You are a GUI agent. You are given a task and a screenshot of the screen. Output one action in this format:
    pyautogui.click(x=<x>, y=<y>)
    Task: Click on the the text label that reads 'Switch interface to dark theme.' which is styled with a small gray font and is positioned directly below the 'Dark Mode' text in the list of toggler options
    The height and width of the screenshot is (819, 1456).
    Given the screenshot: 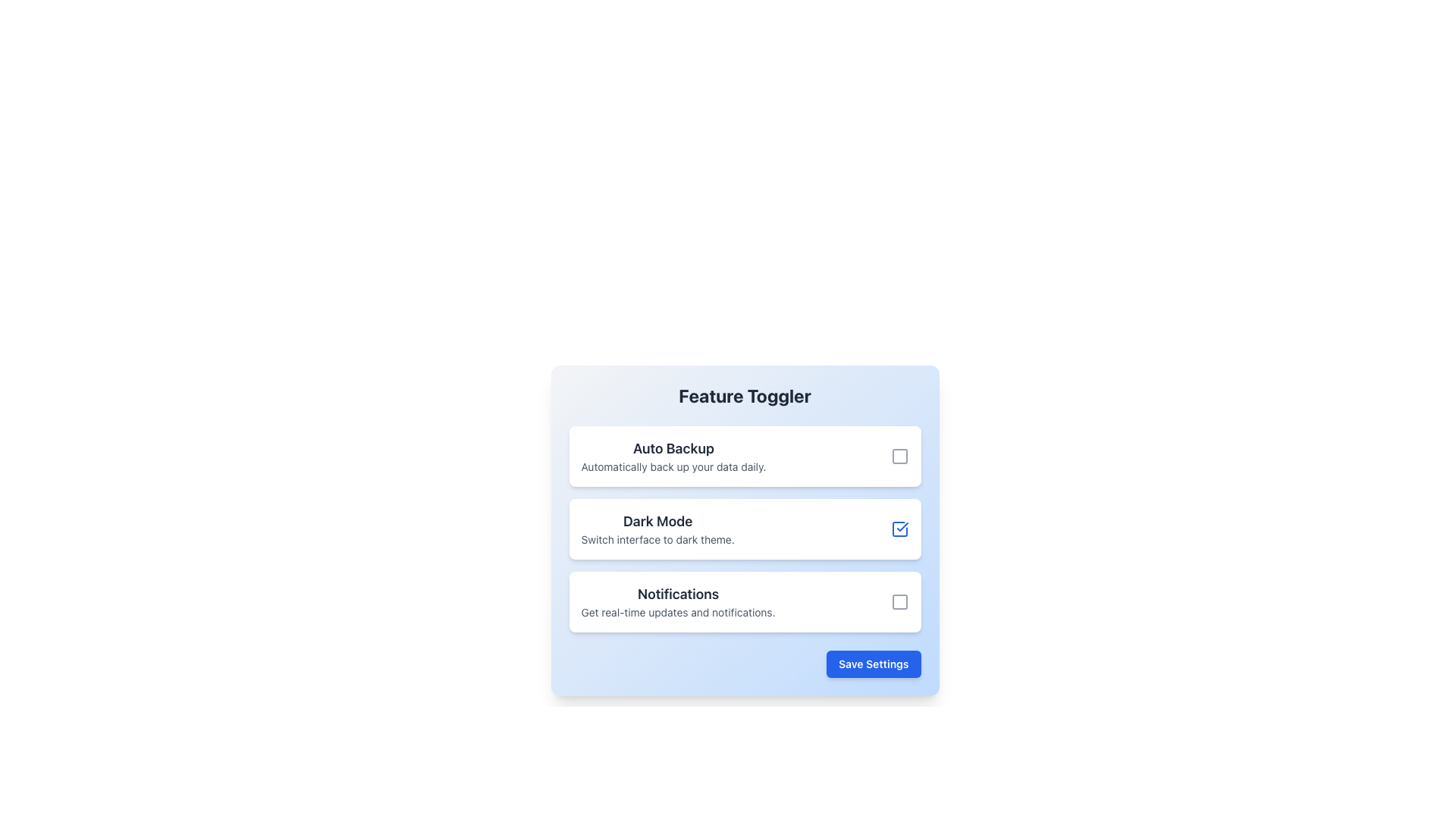 What is the action you would take?
    pyautogui.click(x=657, y=539)
    